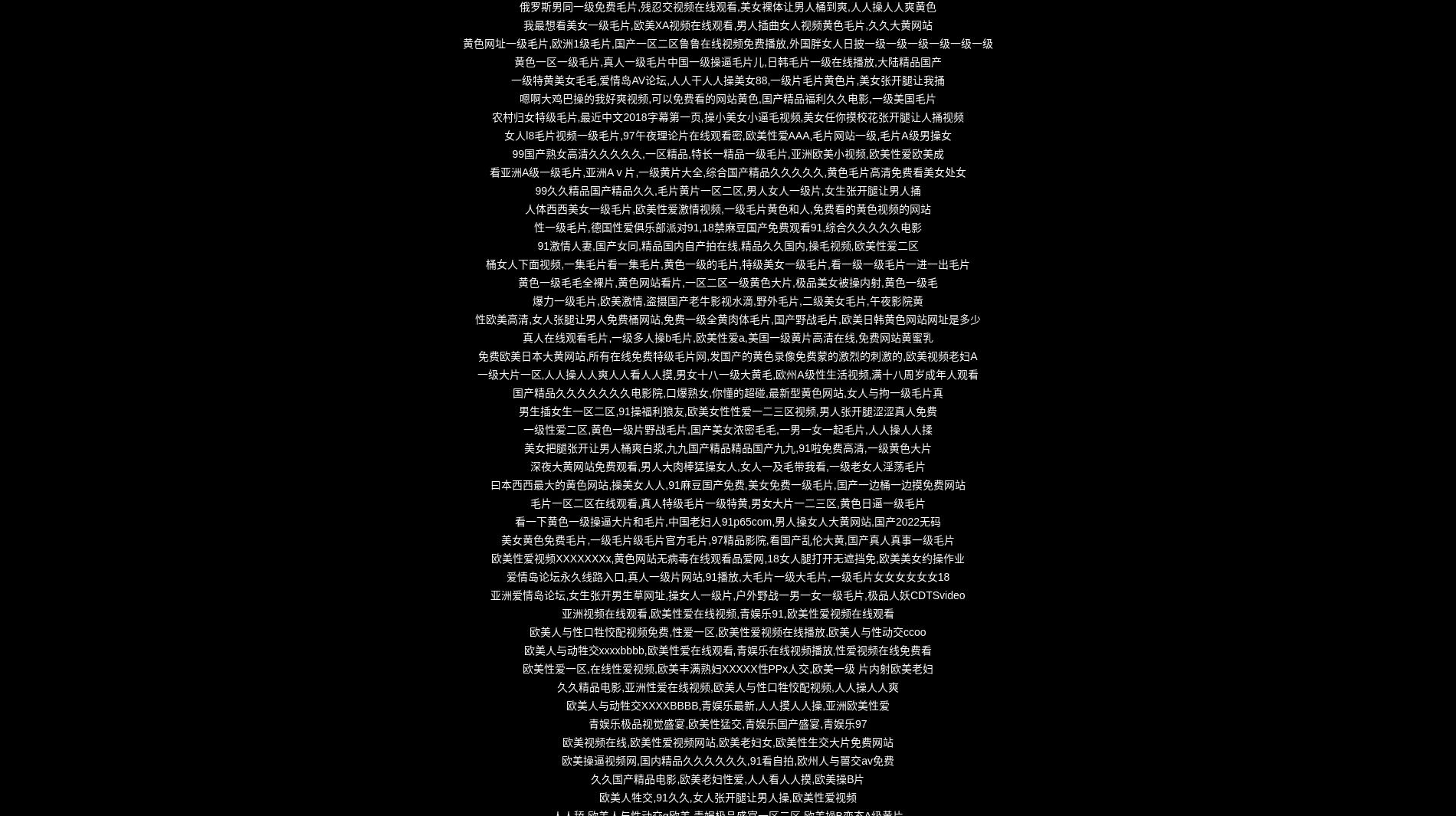  What do you see at coordinates (726, 798) in the screenshot?
I see `'欧美人牲交,91久久,女人张开腿让男人操,欧美性爱视频'` at bounding box center [726, 798].